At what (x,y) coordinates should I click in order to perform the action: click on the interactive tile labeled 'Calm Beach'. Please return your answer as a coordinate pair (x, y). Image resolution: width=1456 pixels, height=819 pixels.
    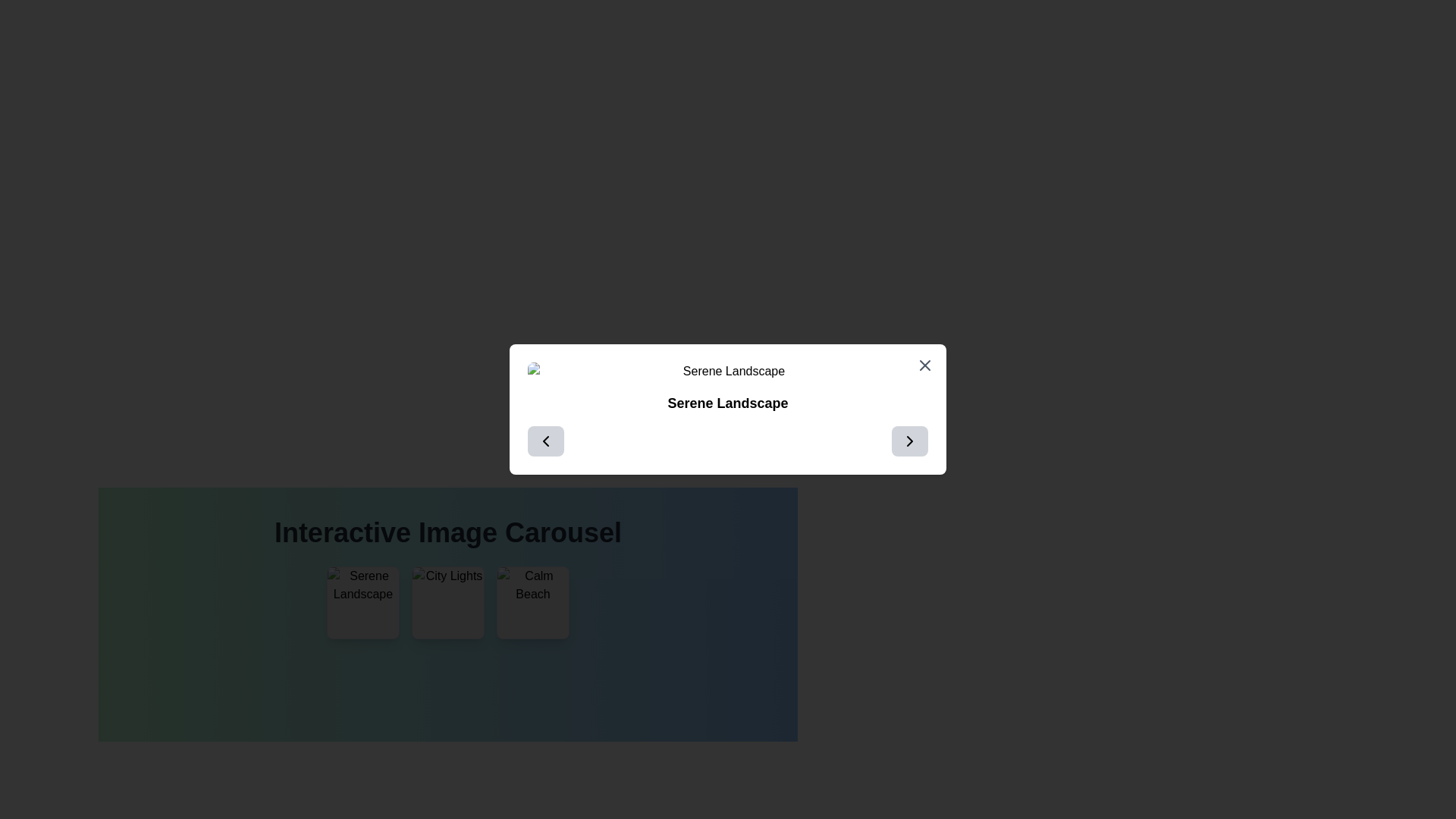
    Looking at the image, I should click on (532, 601).